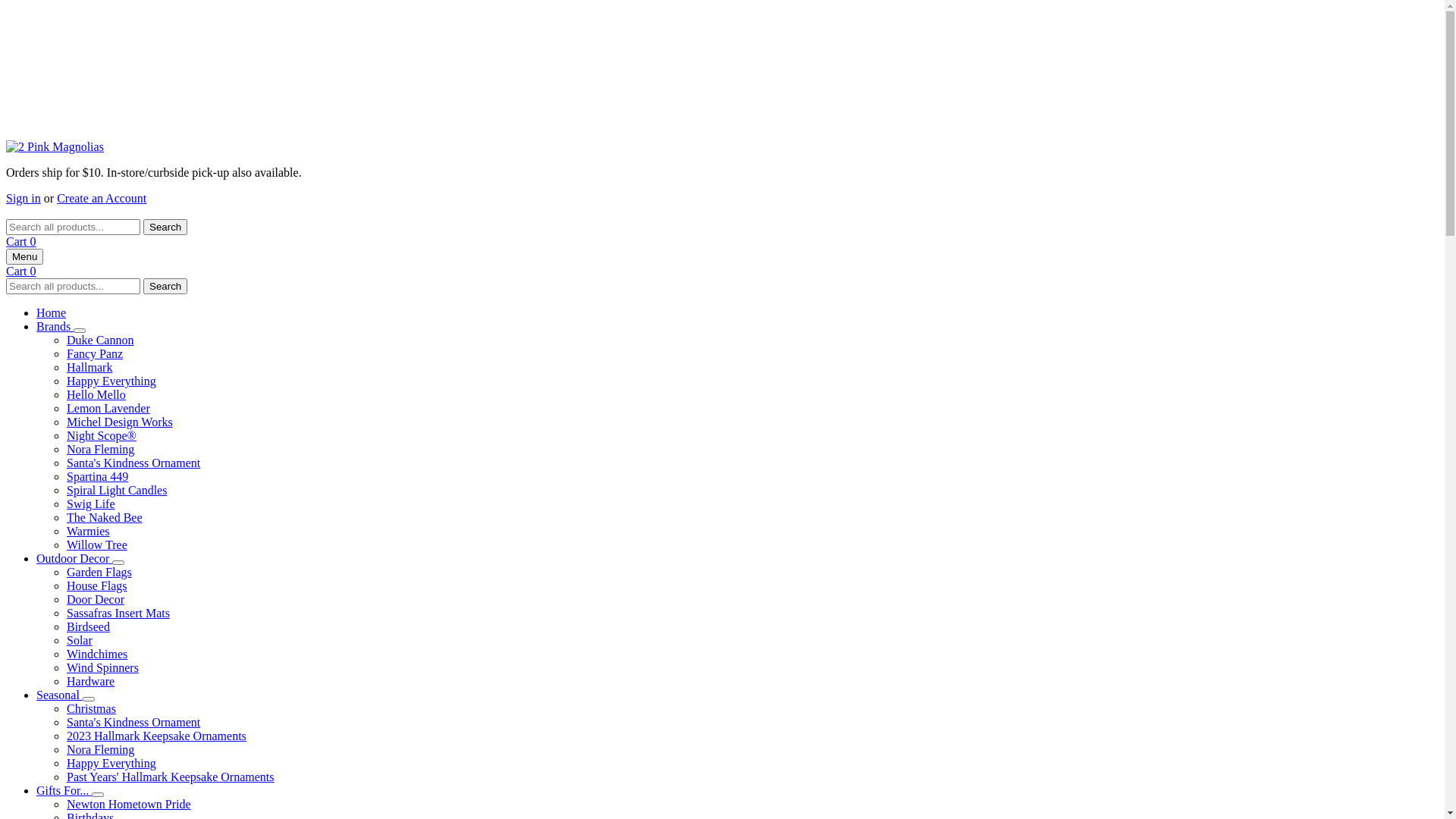  What do you see at coordinates (87, 626) in the screenshot?
I see `'Birdseed'` at bounding box center [87, 626].